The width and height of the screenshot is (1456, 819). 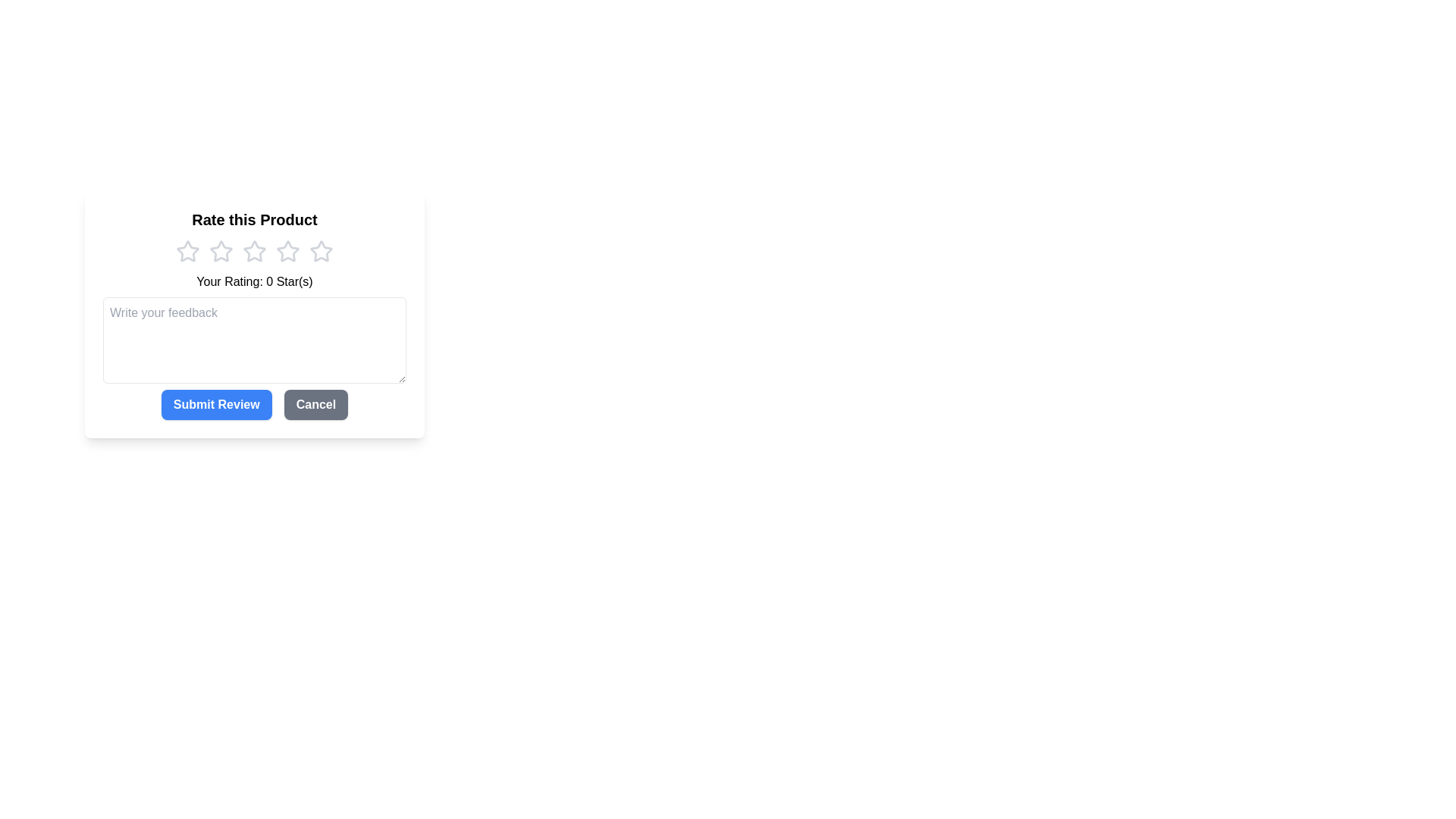 What do you see at coordinates (287, 250) in the screenshot?
I see `the third star icon in the rating system to assign a three-star rating to the product` at bounding box center [287, 250].